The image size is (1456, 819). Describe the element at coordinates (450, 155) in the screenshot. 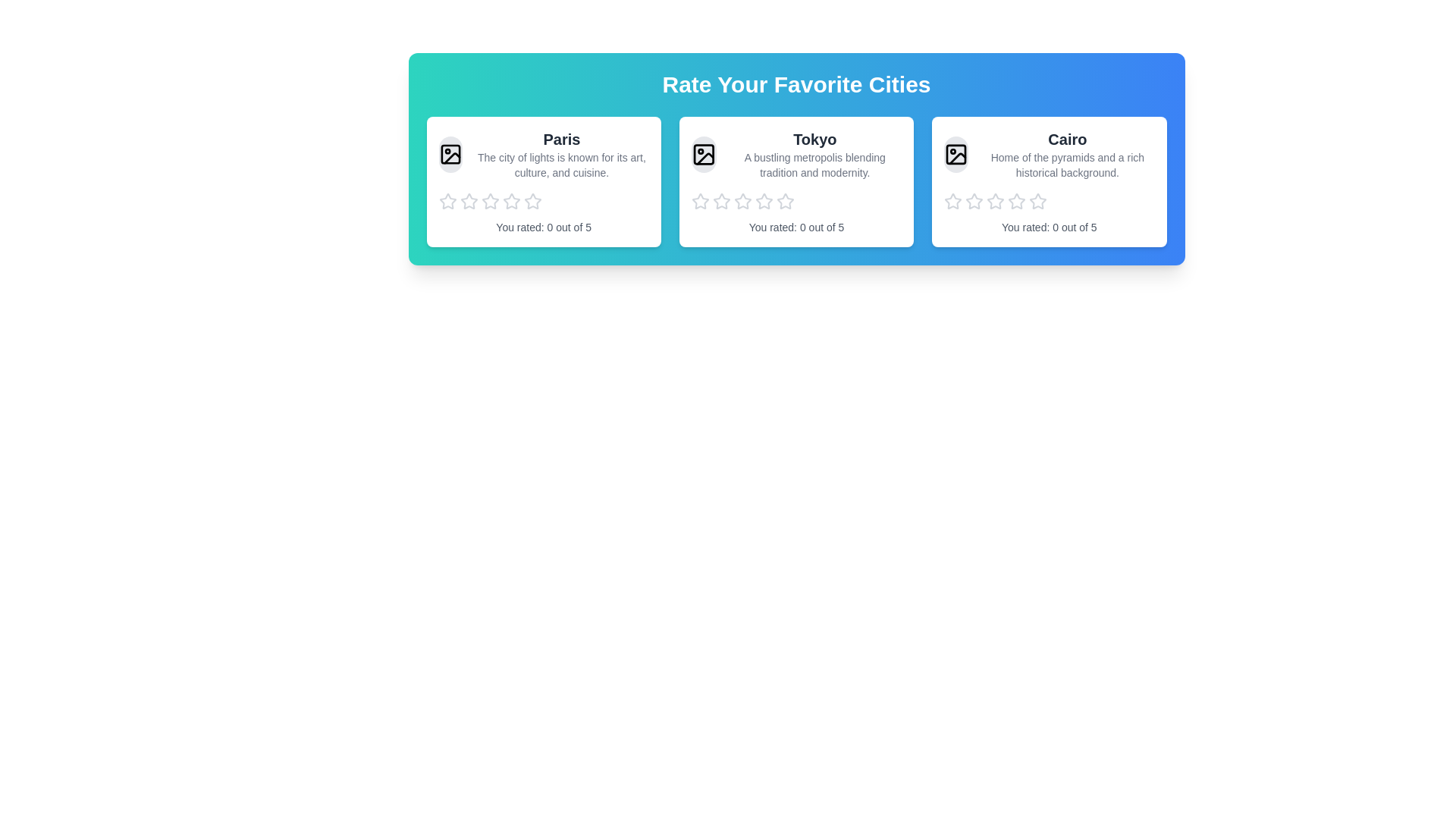

I see `the small rectangular element with rounded corners located inside the circular icon in the top left quadrant of the card labeled 'Paris'` at that location.